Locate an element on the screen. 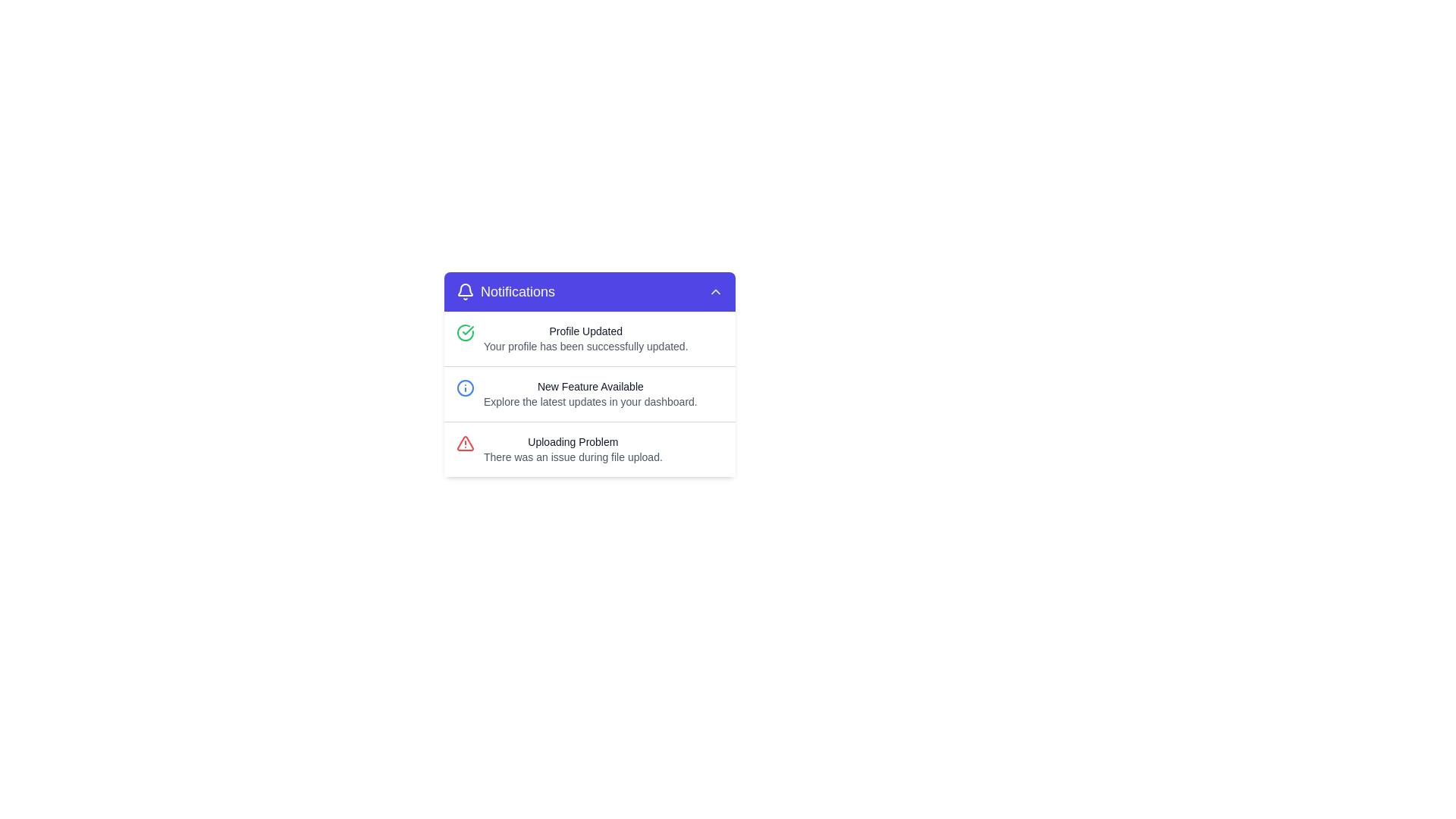 The image size is (1456, 819). the red triangular warning icon located to the left of the 'Uploading Problem' text in the notifications list is located at coordinates (465, 444).